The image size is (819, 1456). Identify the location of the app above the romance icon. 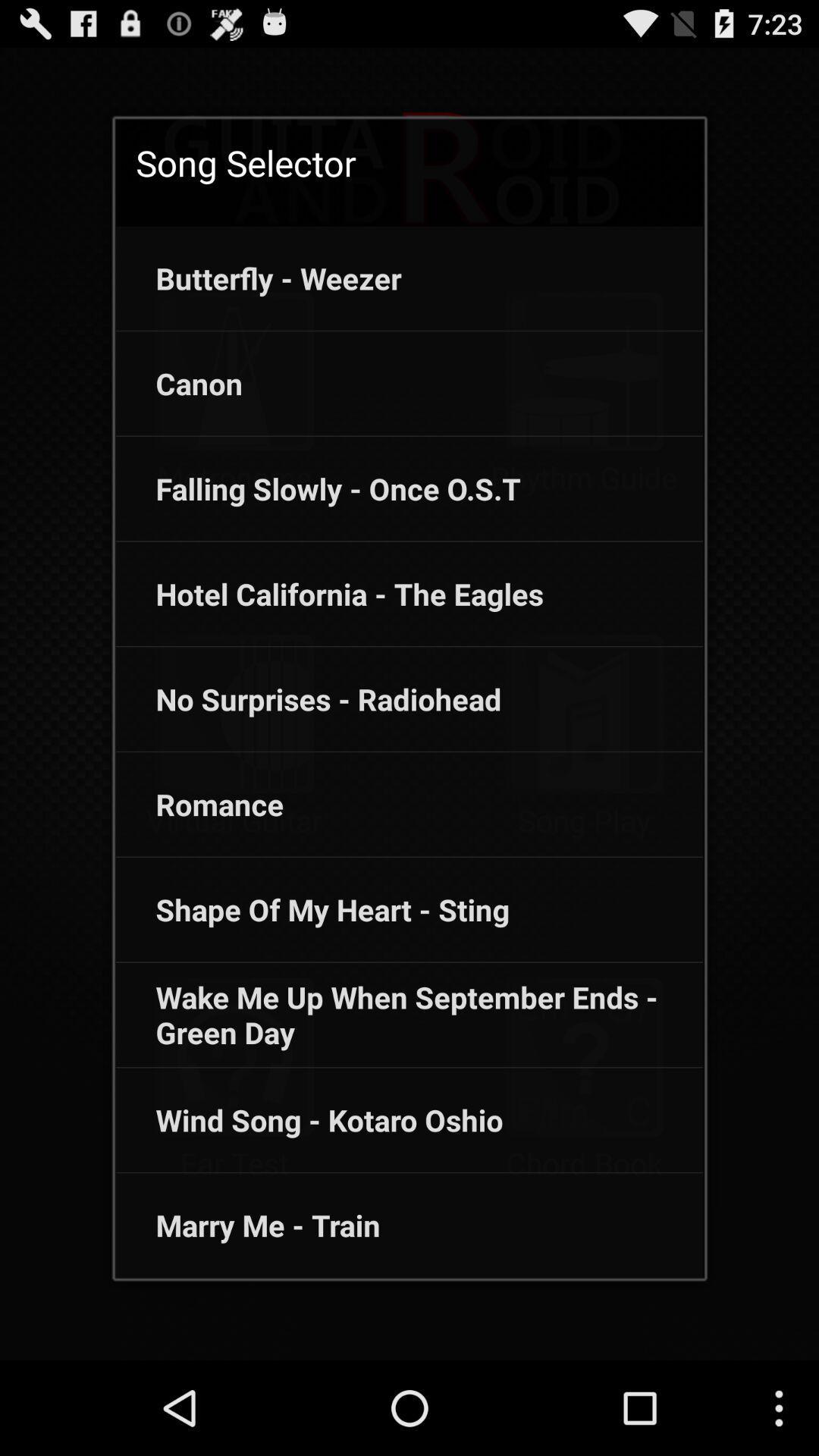
(308, 698).